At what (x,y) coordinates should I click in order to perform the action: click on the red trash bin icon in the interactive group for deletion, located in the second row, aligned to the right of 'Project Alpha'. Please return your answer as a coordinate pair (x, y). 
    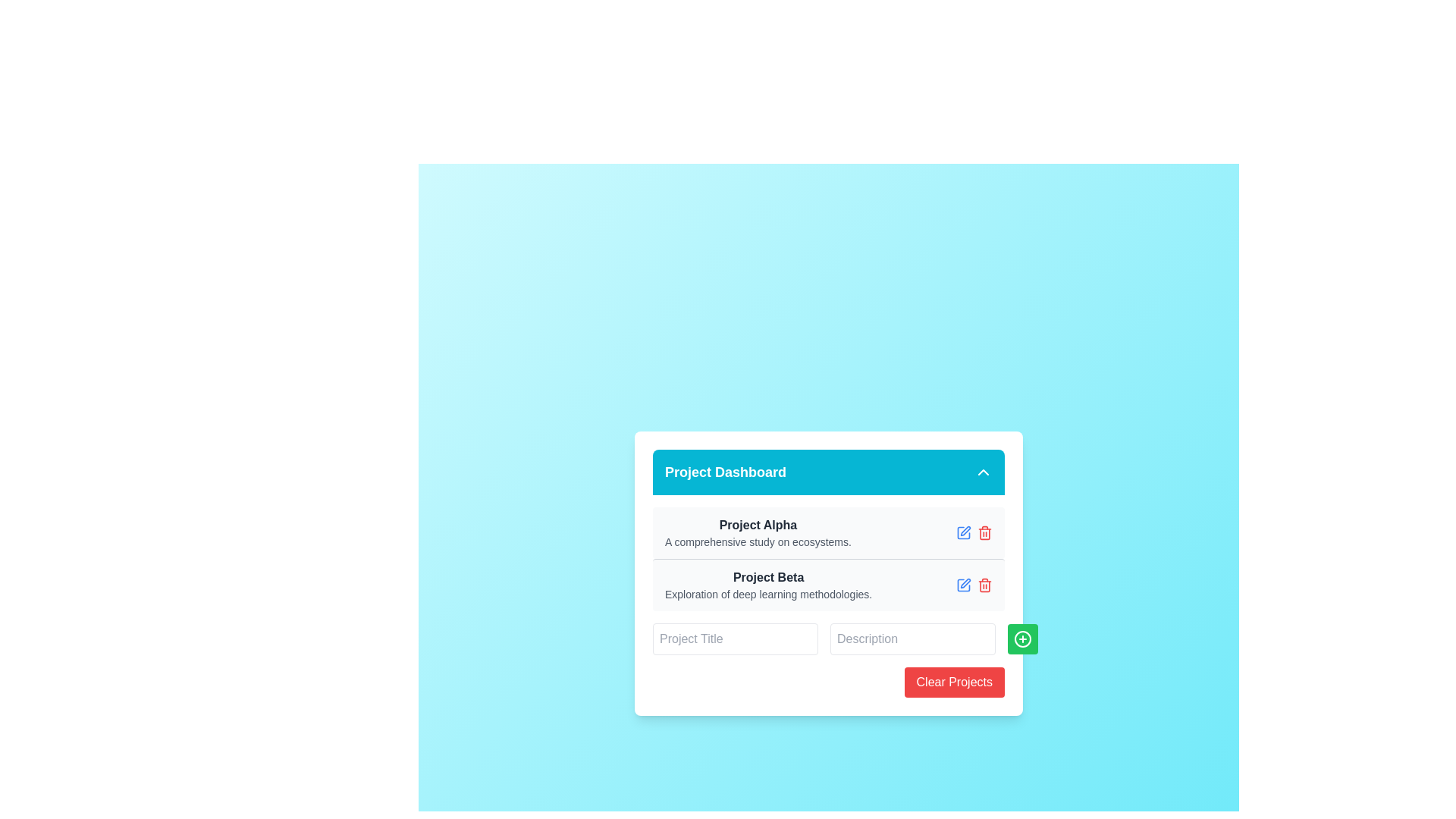
    Looking at the image, I should click on (974, 532).